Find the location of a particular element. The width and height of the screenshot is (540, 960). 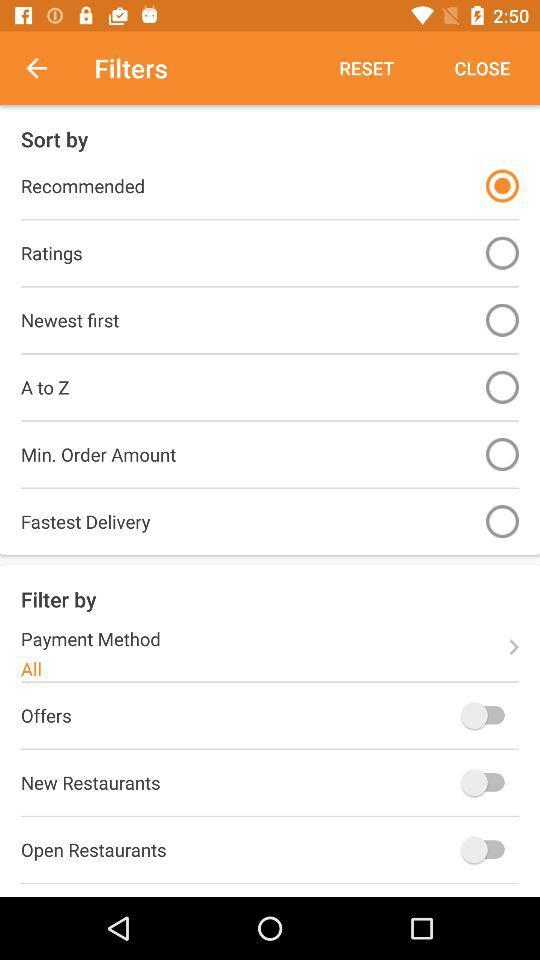

item above the sort by item is located at coordinates (47, 68).